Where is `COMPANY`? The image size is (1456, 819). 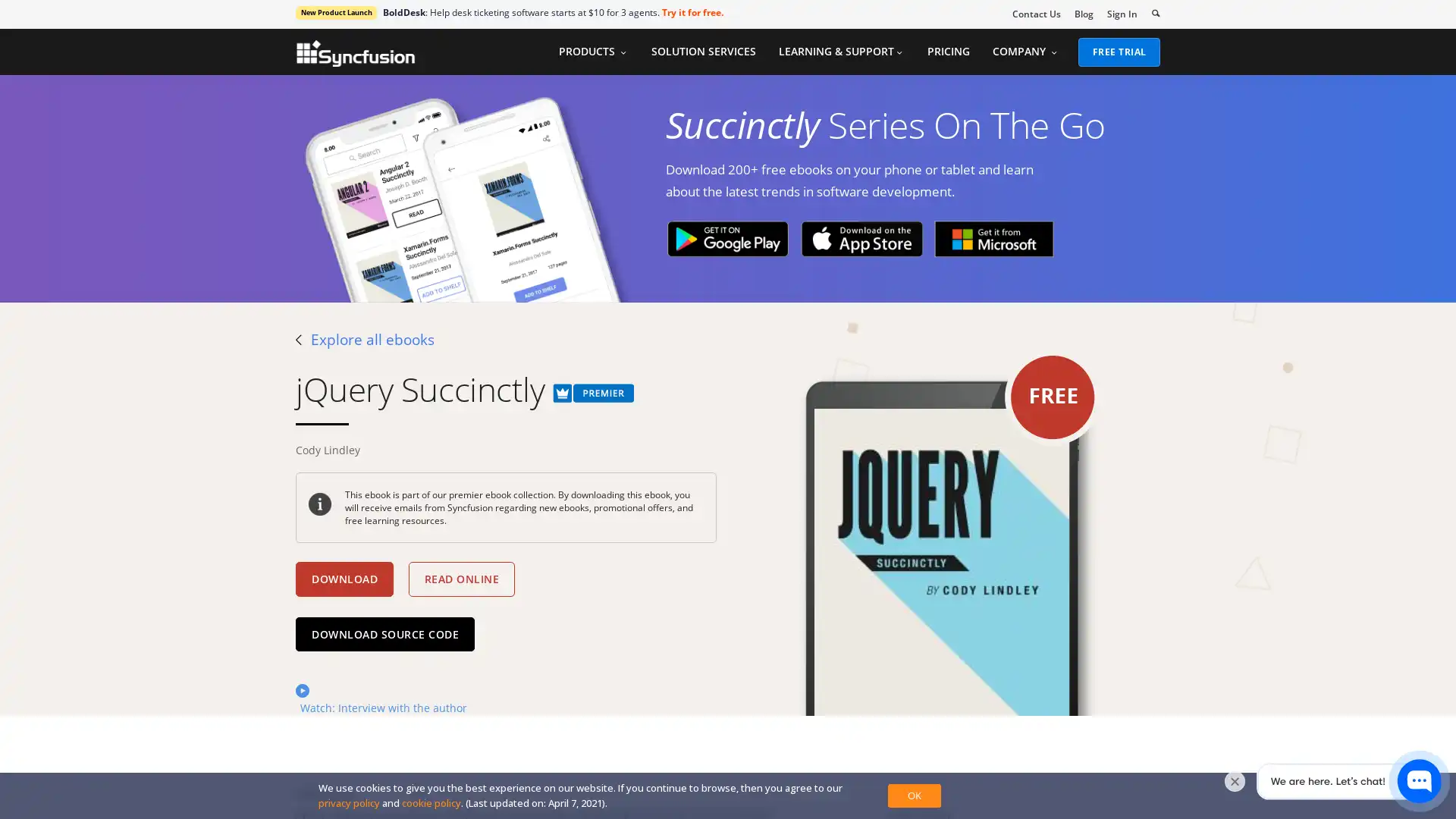
COMPANY is located at coordinates (1025, 51).